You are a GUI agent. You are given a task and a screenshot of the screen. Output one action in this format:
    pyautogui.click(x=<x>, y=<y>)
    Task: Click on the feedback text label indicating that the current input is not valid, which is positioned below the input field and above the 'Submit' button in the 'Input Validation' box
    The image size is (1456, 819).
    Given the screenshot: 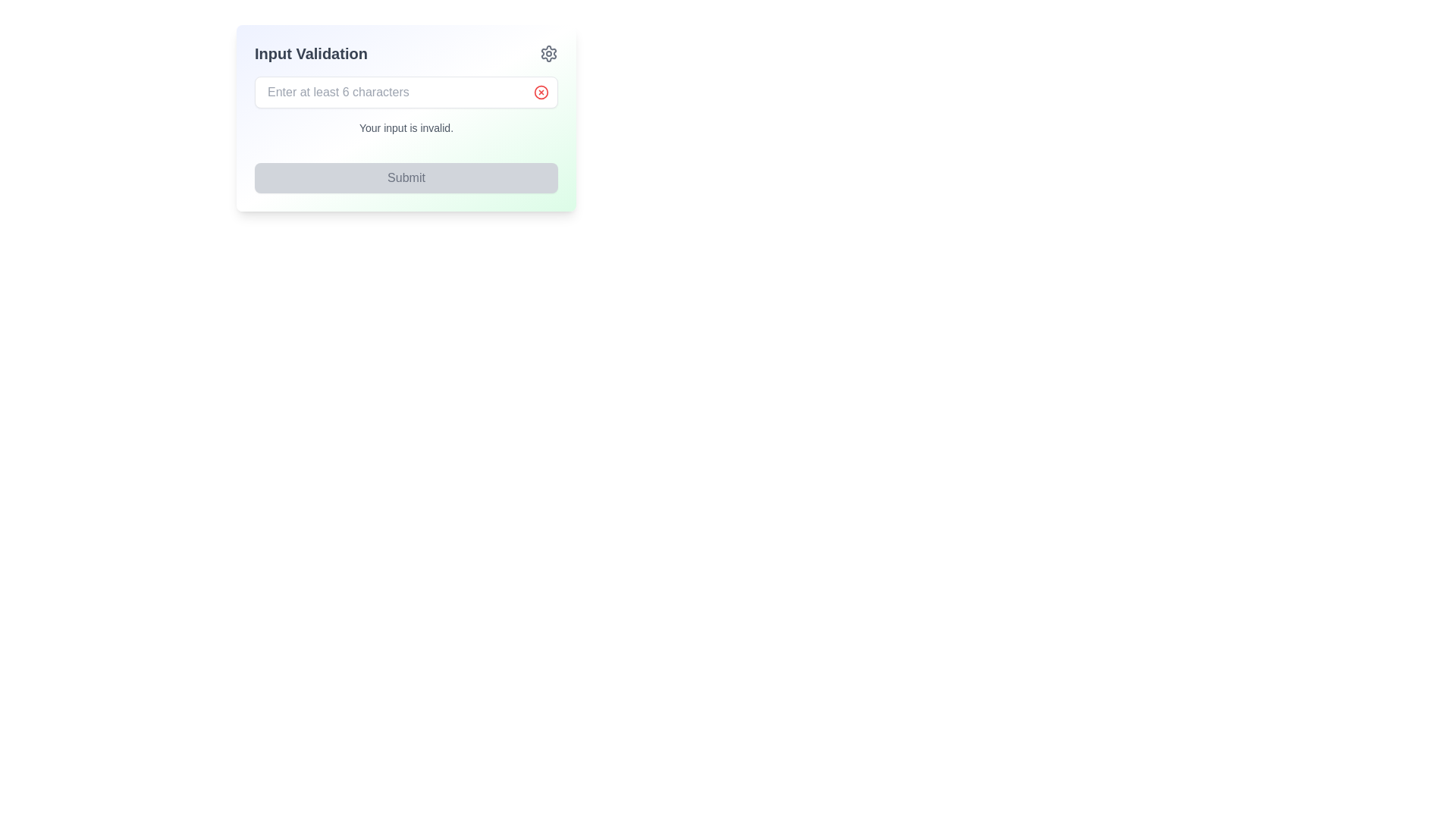 What is the action you would take?
    pyautogui.click(x=406, y=127)
    